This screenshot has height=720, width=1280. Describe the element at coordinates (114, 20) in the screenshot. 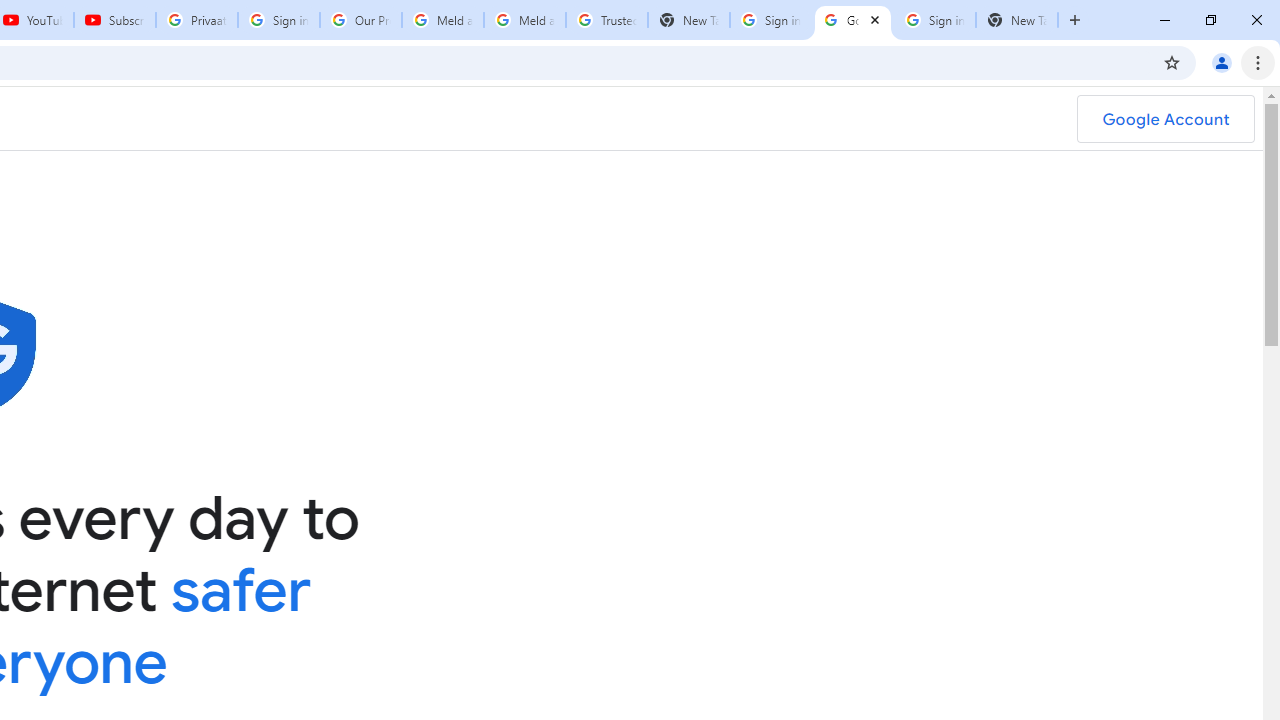

I see `'Subscriptions - YouTube'` at that location.